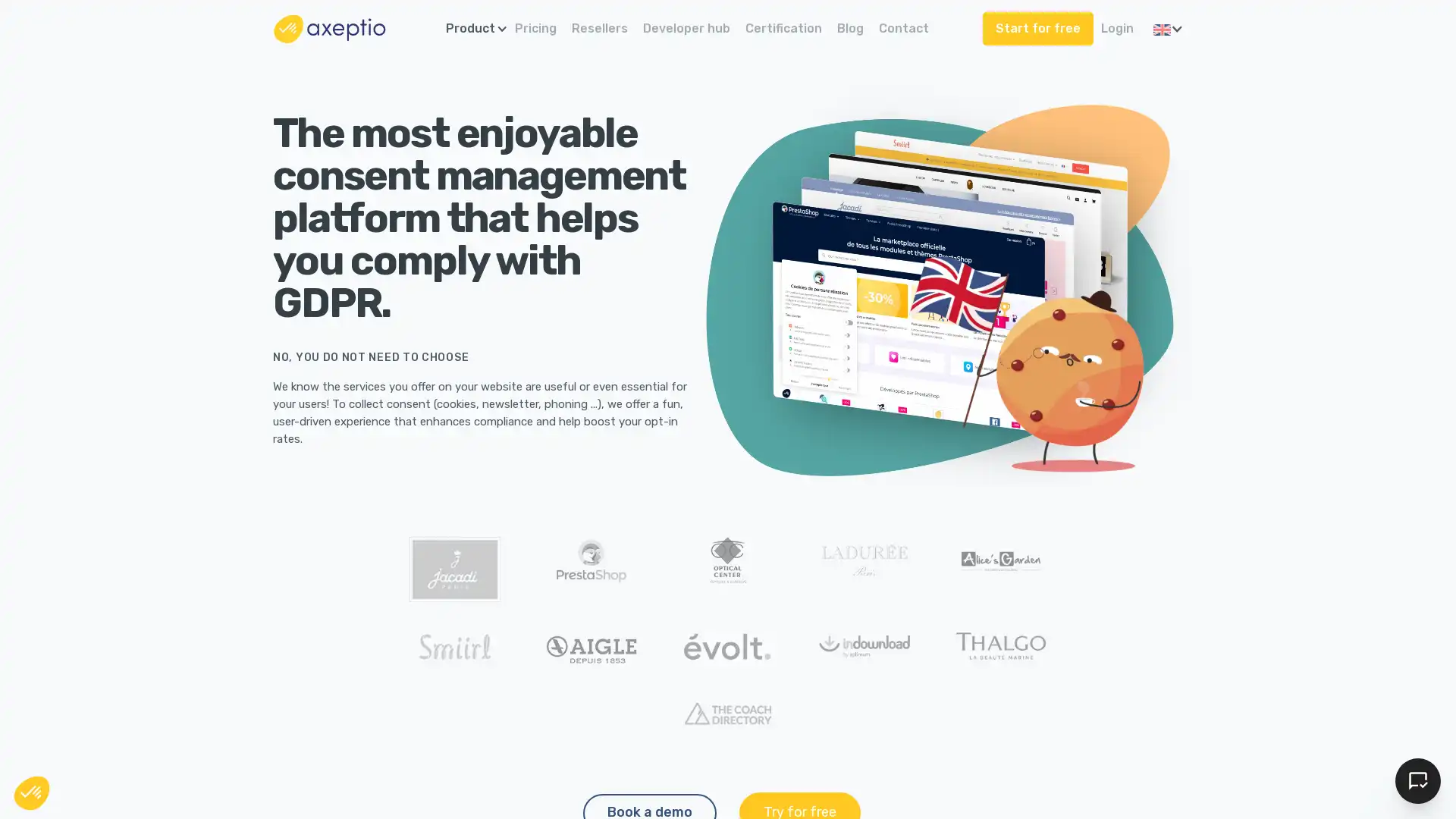  Describe the element at coordinates (174, 735) in the screenshot. I see `I want to choose` at that location.